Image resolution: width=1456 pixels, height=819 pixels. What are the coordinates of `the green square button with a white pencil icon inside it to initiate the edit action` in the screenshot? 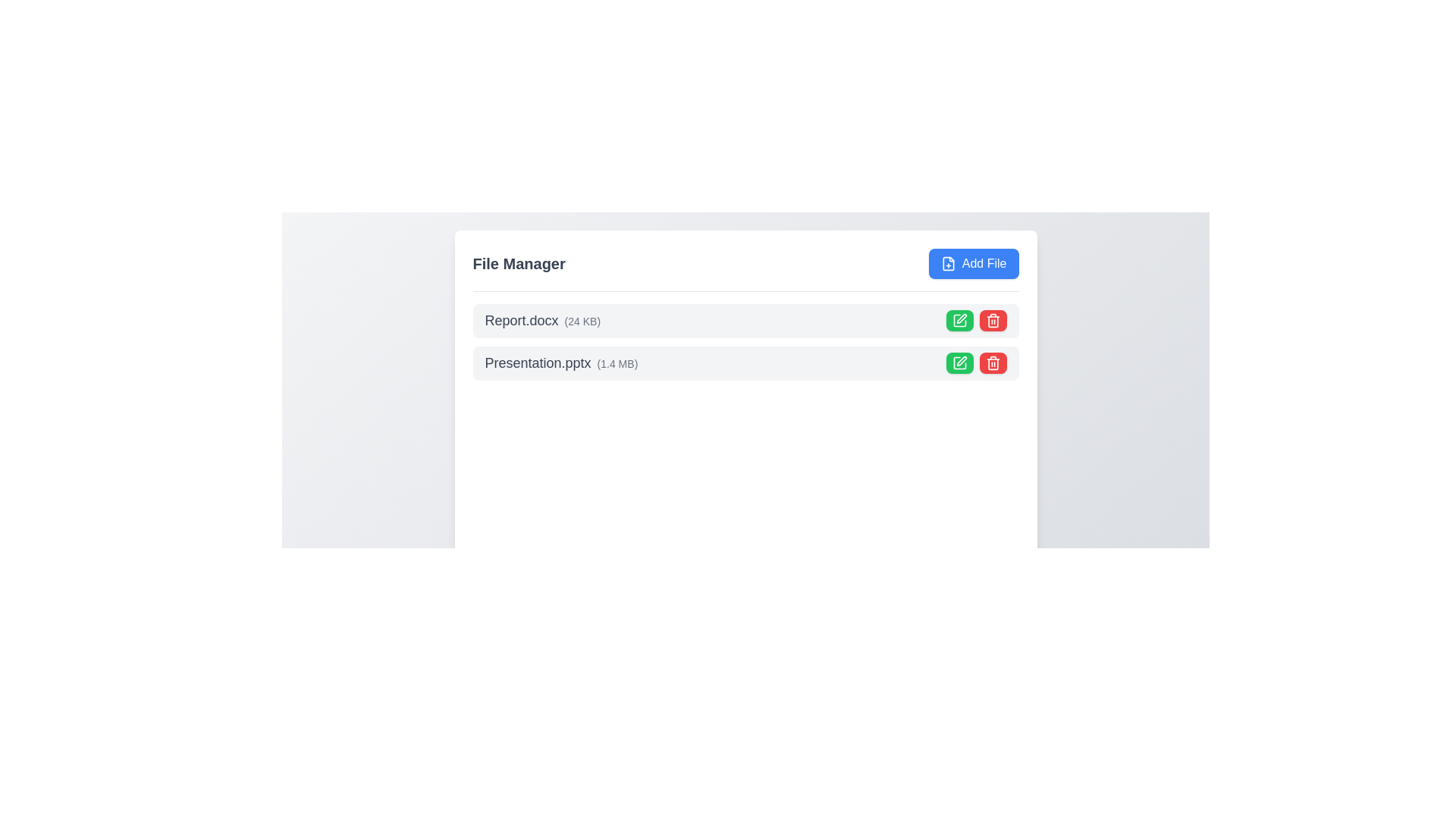 It's located at (959, 320).